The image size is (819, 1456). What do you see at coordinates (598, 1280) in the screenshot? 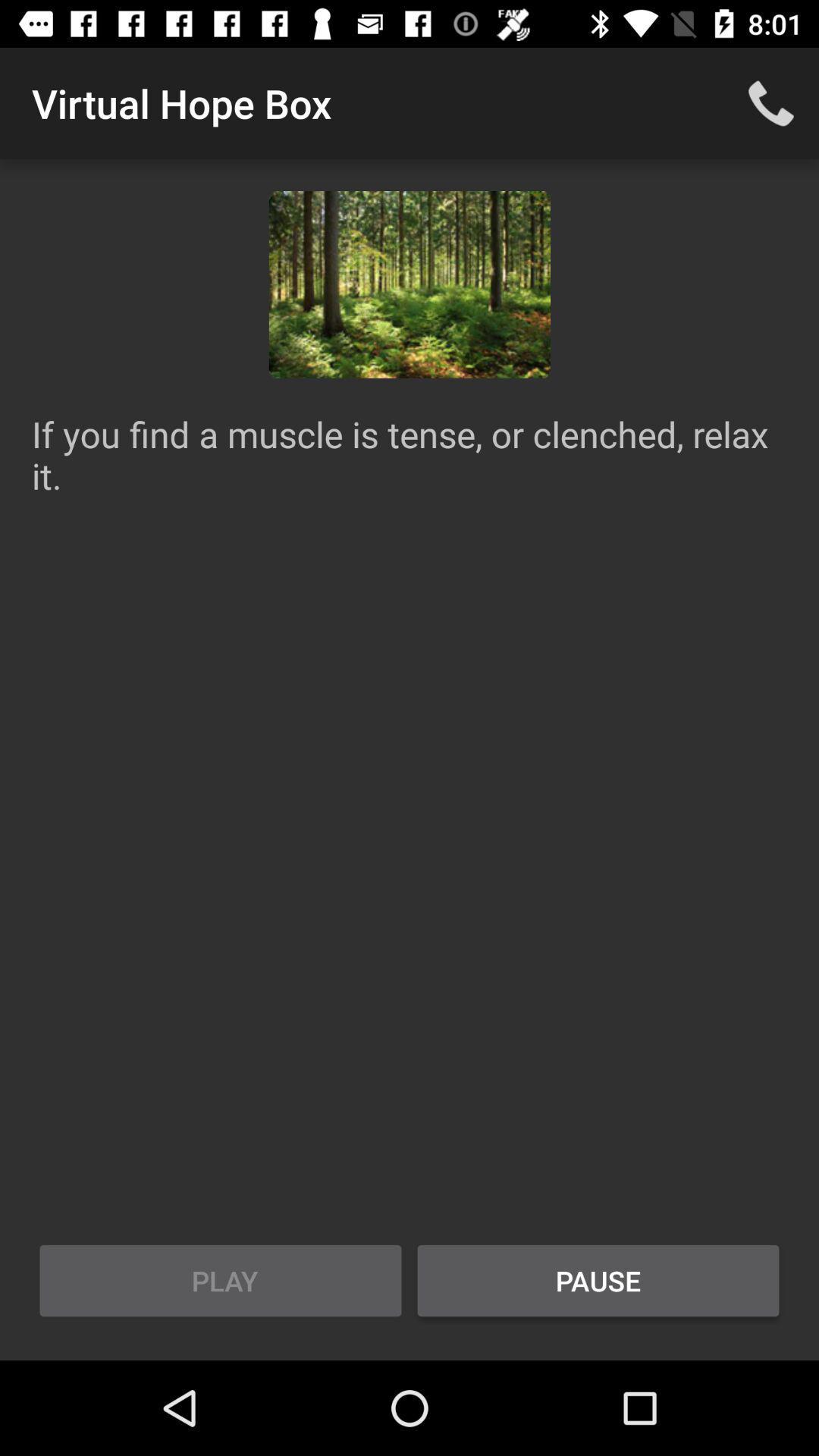
I see `icon below the if you find` at bounding box center [598, 1280].